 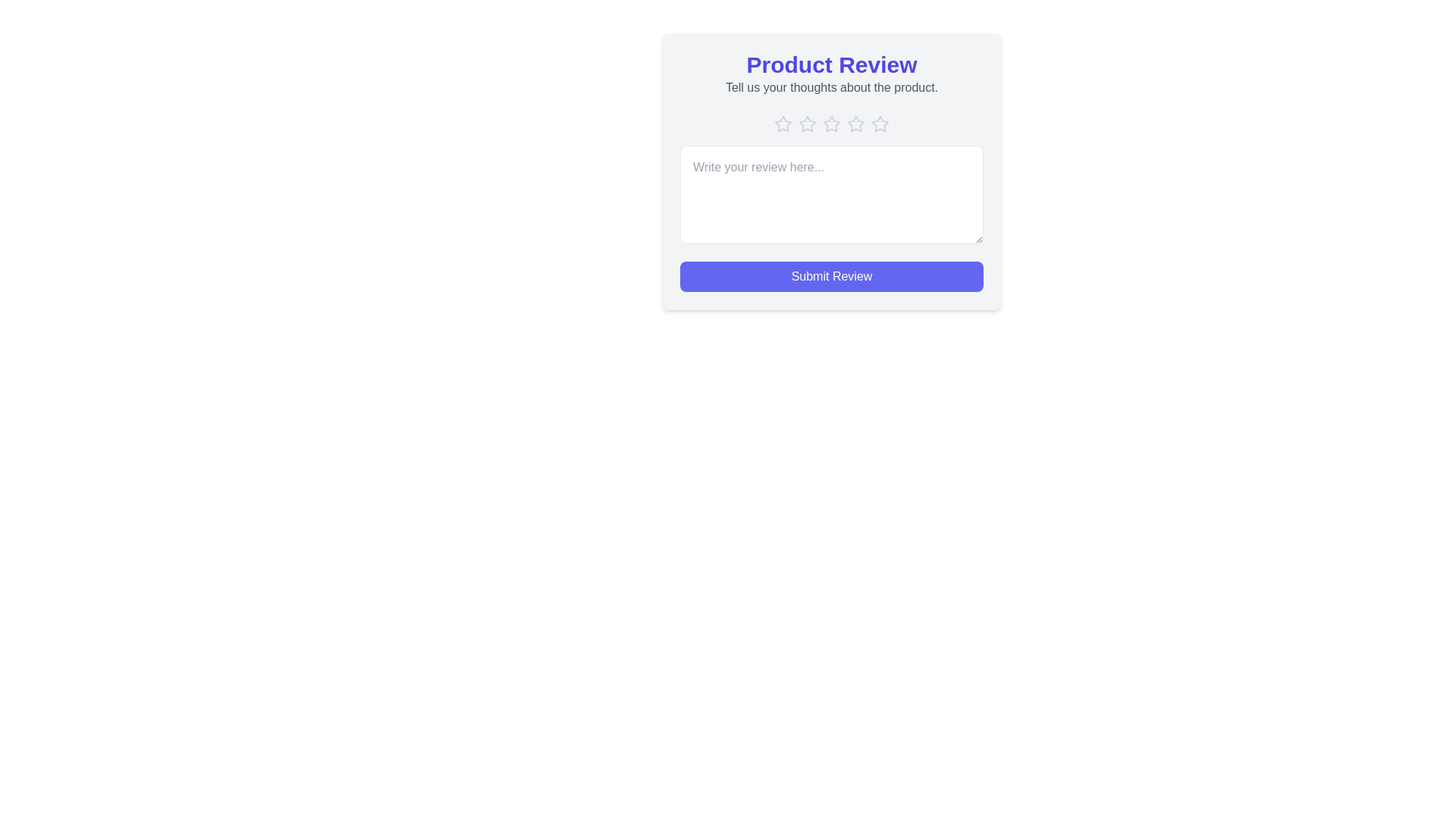 I want to click on the fifth star icon in the rating system below the 'Product Review' heading, so click(x=880, y=122).